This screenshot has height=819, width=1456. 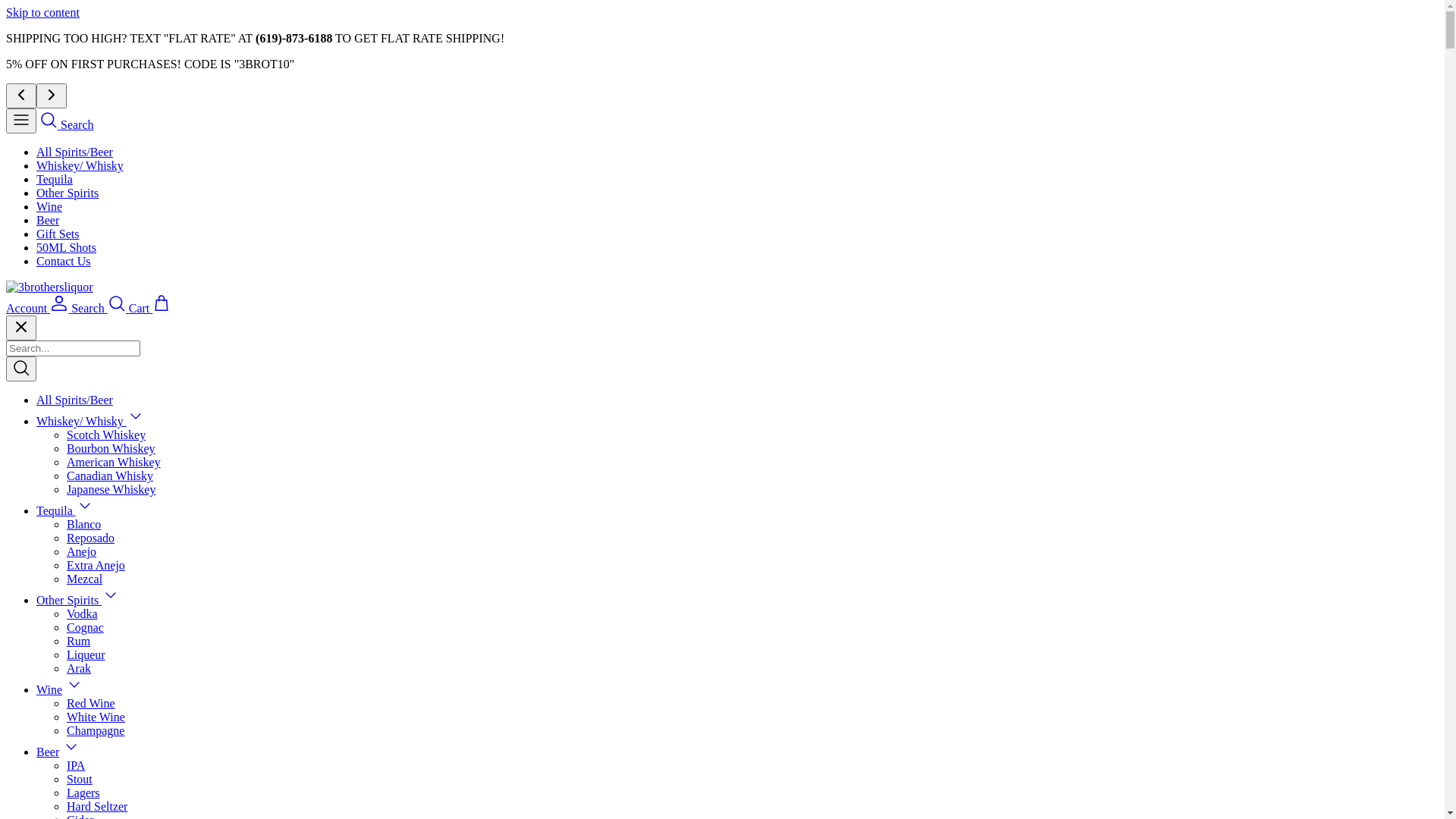 What do you see at coordinates (21, 96) in the screenshot?
I see `'Left'` at bounding box center [21, 96].